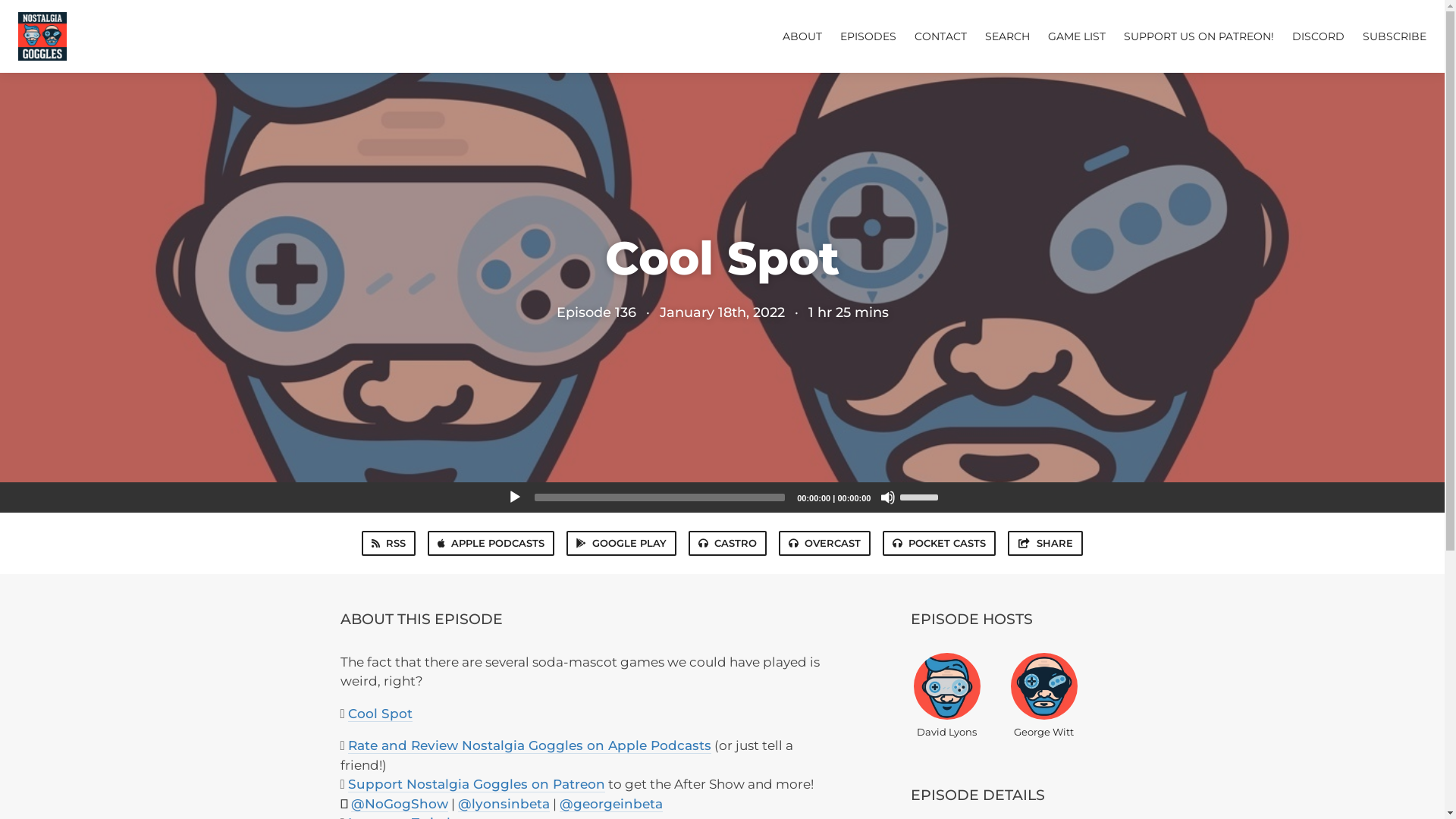 This screenshot has height=819, width=1456. I want to click on 'SHARE', so click(1043, 542).